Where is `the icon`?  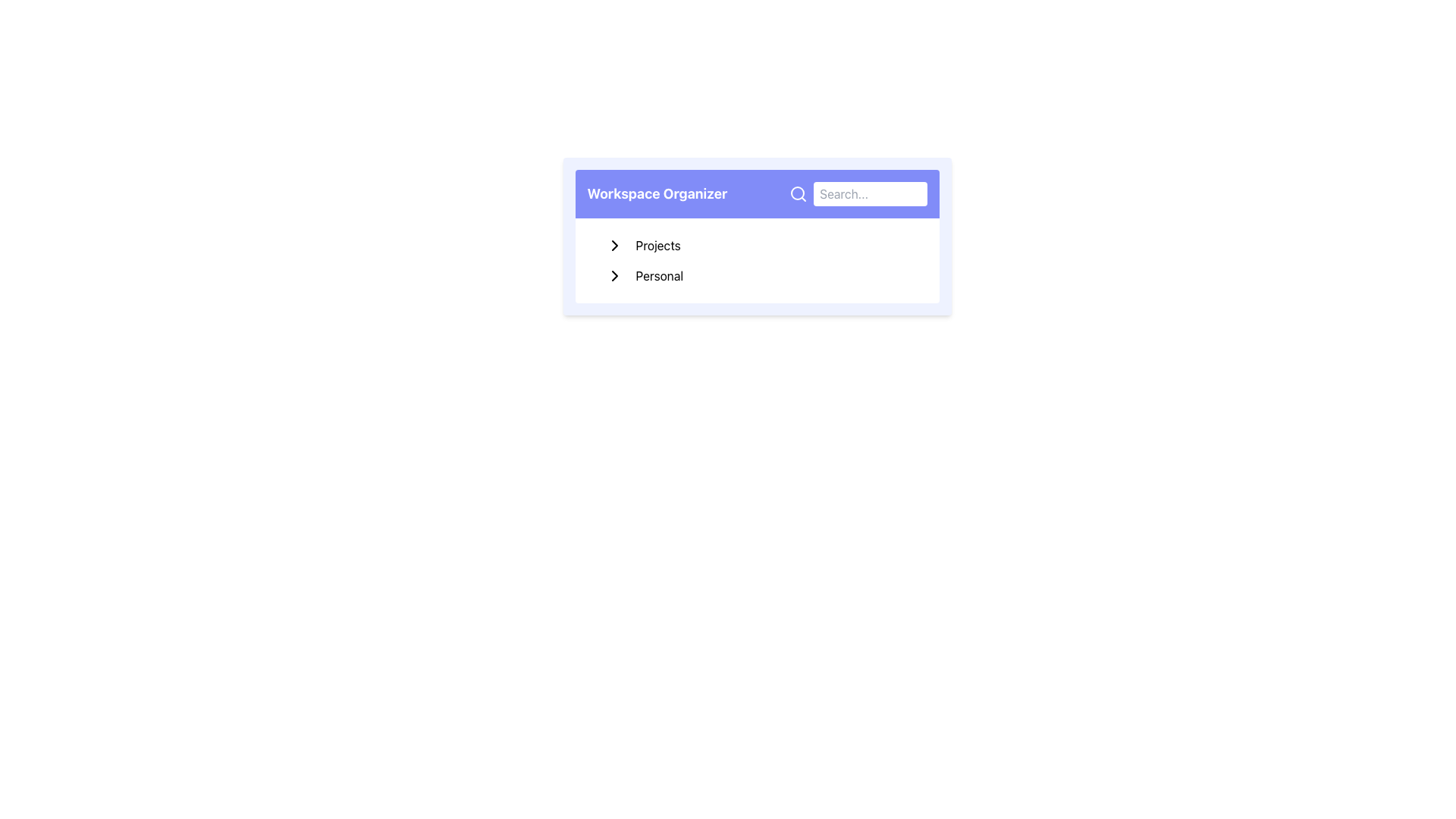 the icon is located at coordinates (614, 275).